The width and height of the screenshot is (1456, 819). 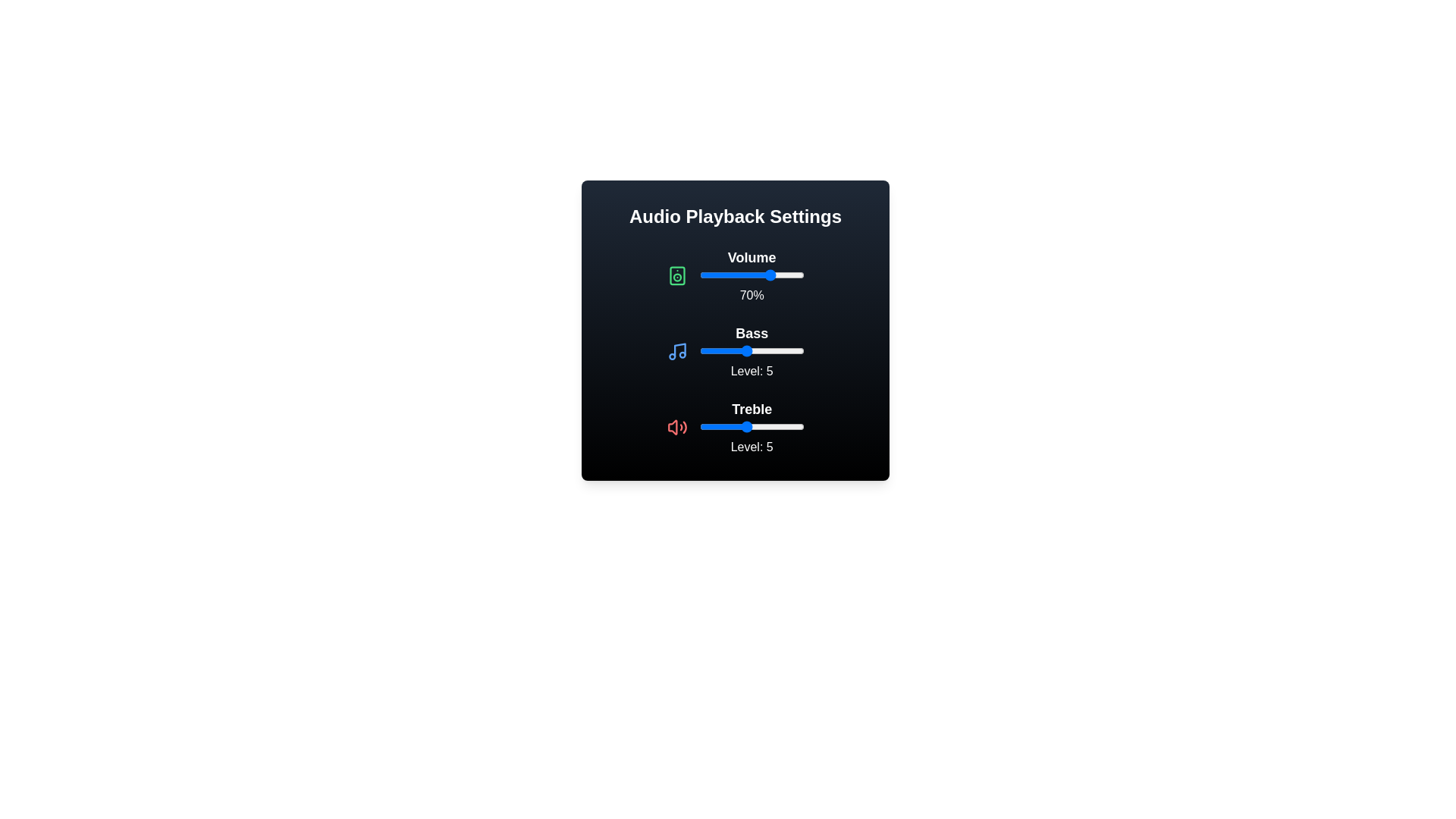 I want to click on the blue musical note icon located to the left of the 'Bass' section in the audio settings interface, so click(x=676, y=351).